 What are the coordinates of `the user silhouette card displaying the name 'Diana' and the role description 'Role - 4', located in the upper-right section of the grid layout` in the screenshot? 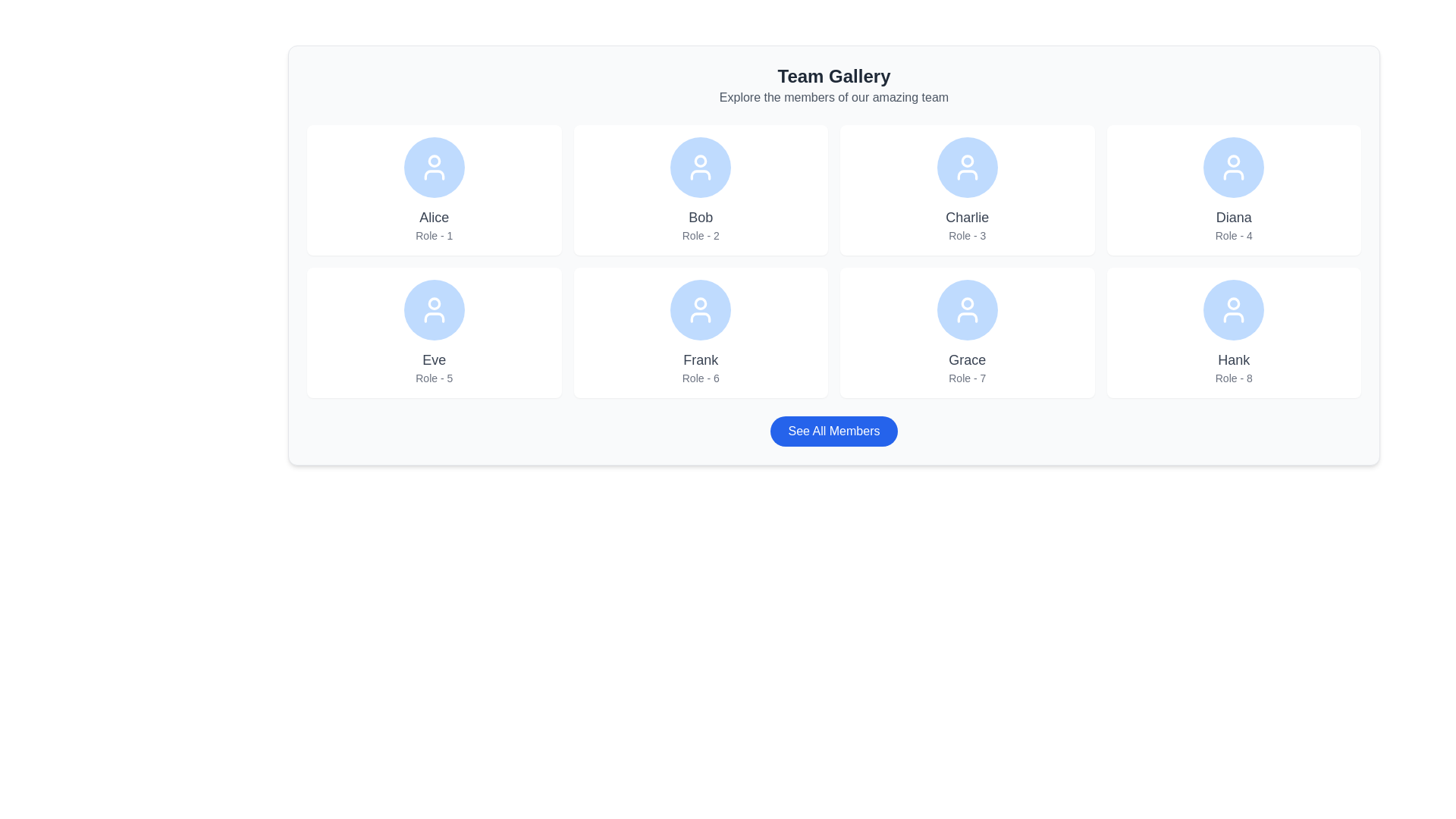 It's located at (1234, 189).